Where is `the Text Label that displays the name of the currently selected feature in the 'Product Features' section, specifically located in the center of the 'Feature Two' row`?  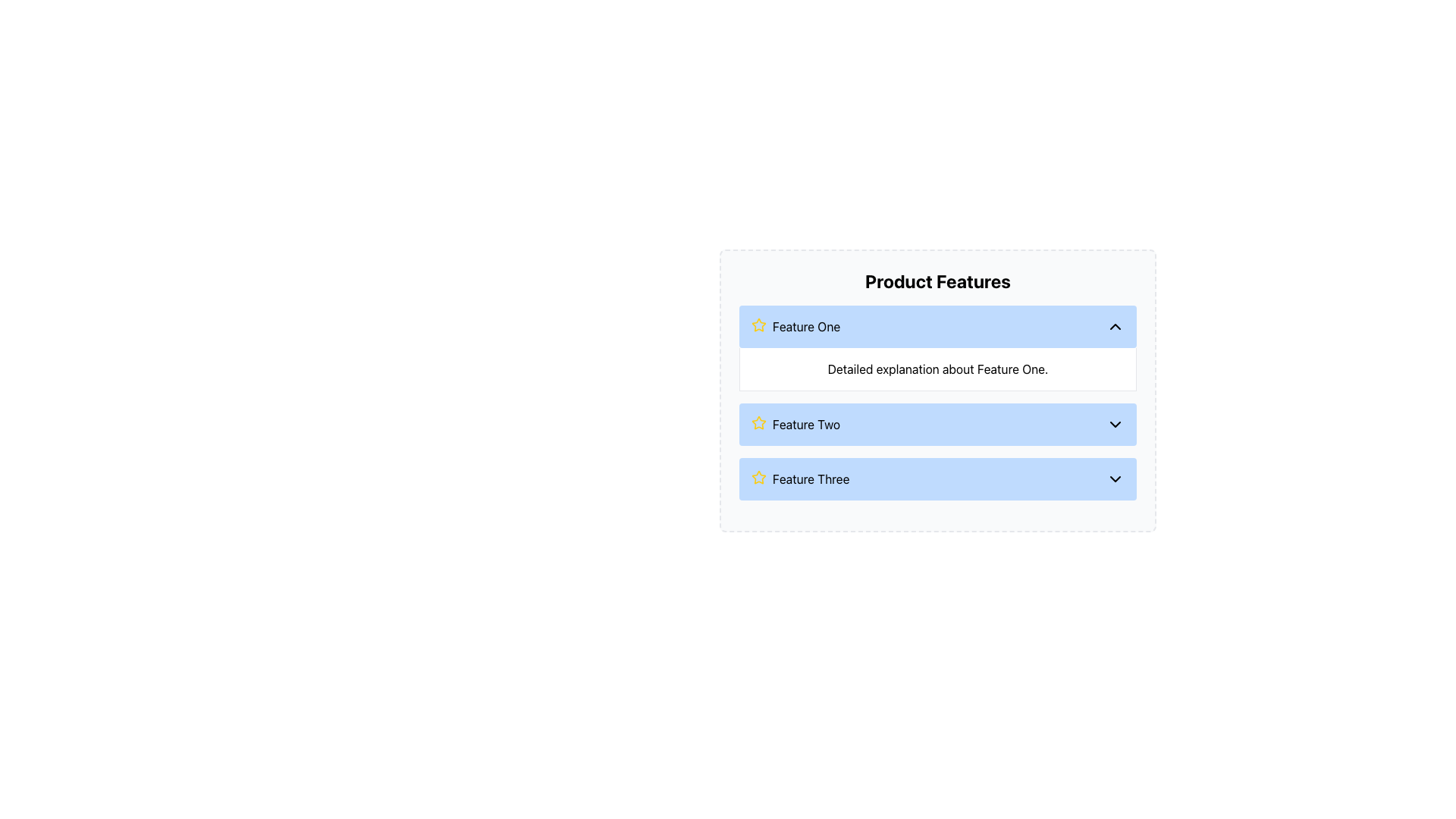
the Text Label that displays the name of the currently selected feature in the 'Product Features' section, specifically located in the center of the 'Feature Two' row is located at coordinates (795, 424).